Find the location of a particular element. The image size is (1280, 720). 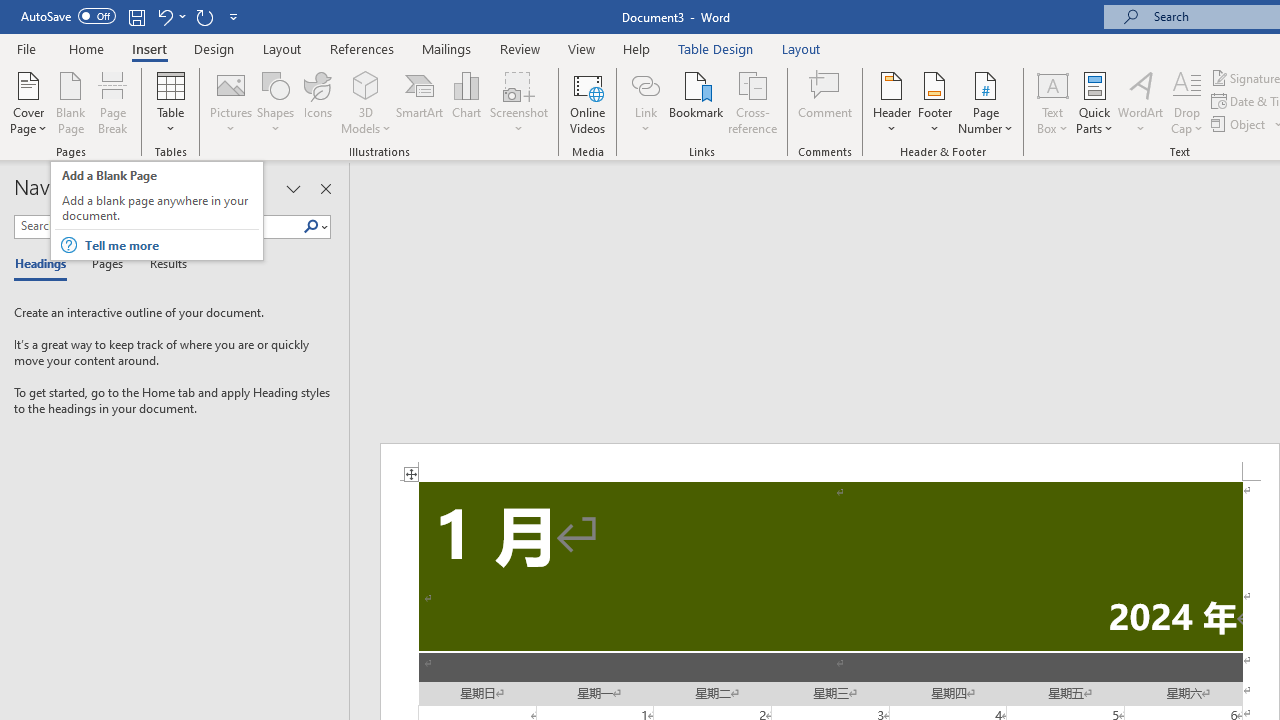

'Page Break' is located at coordinates (112, 103).